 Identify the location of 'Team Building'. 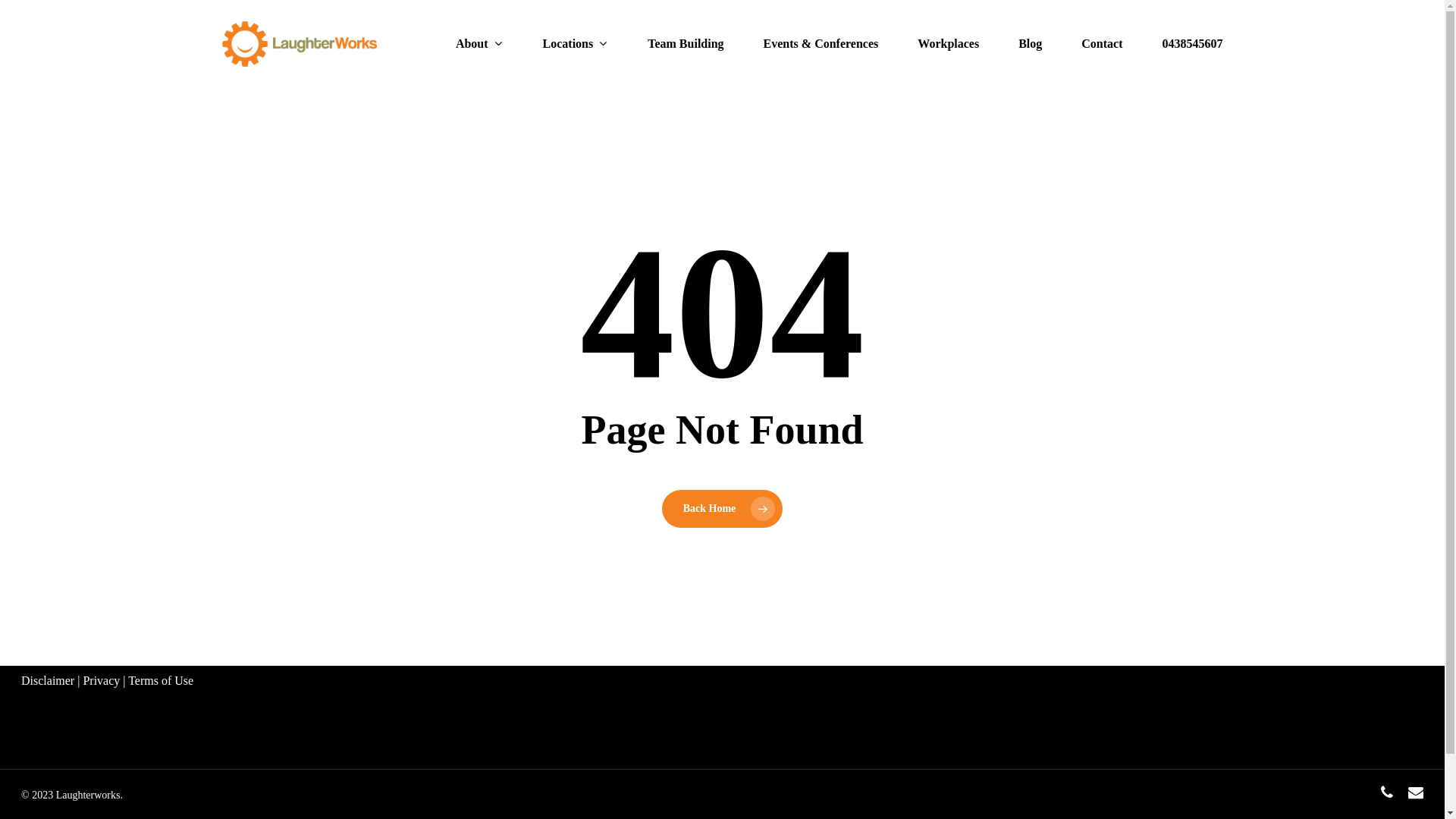
(684, 42).